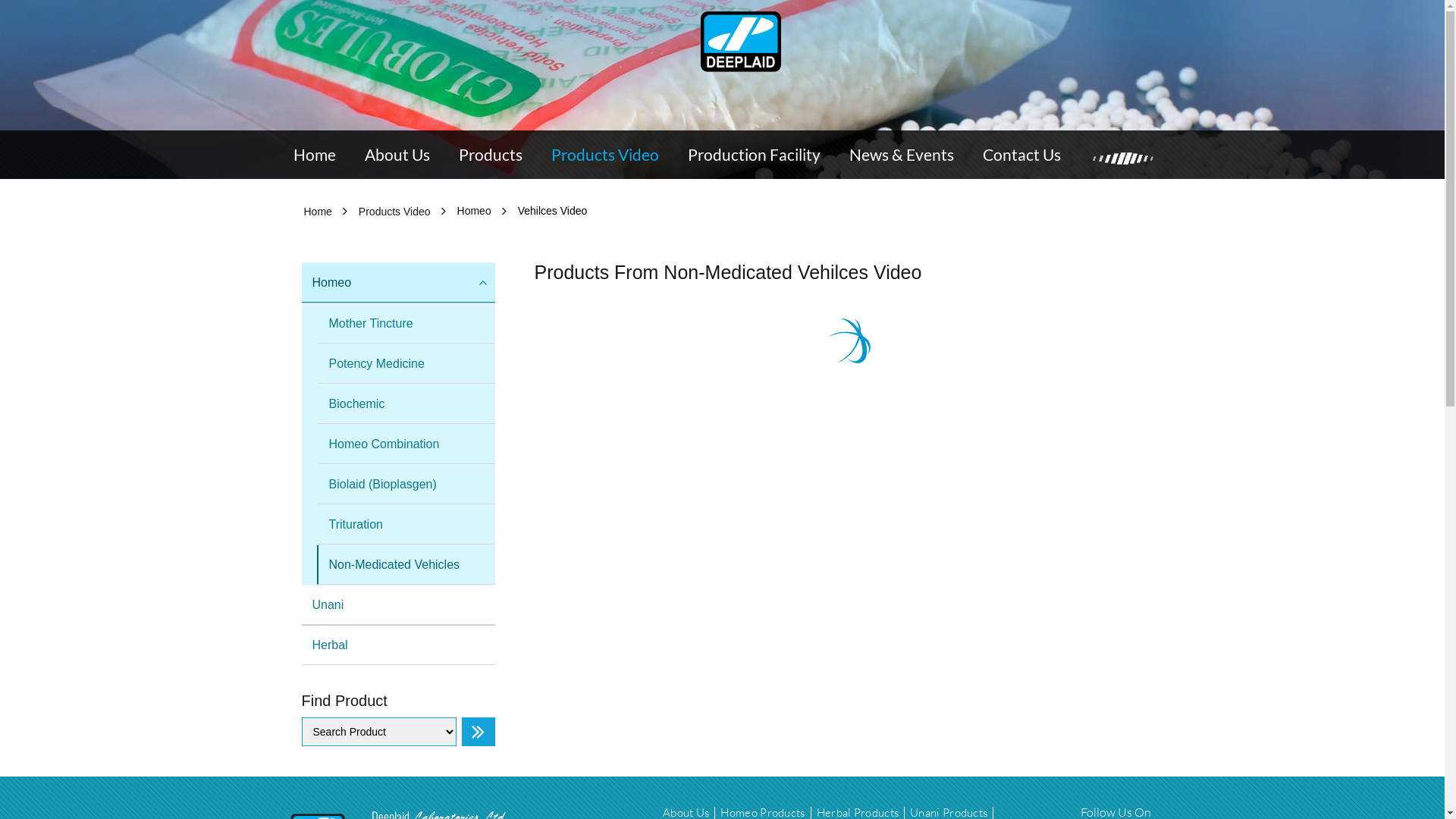 The image size is (1456, 819). Describe the element at coordinates (406, 485) in the screenshot. I see `'Biolaid (Bioplasgen)'` at that location.